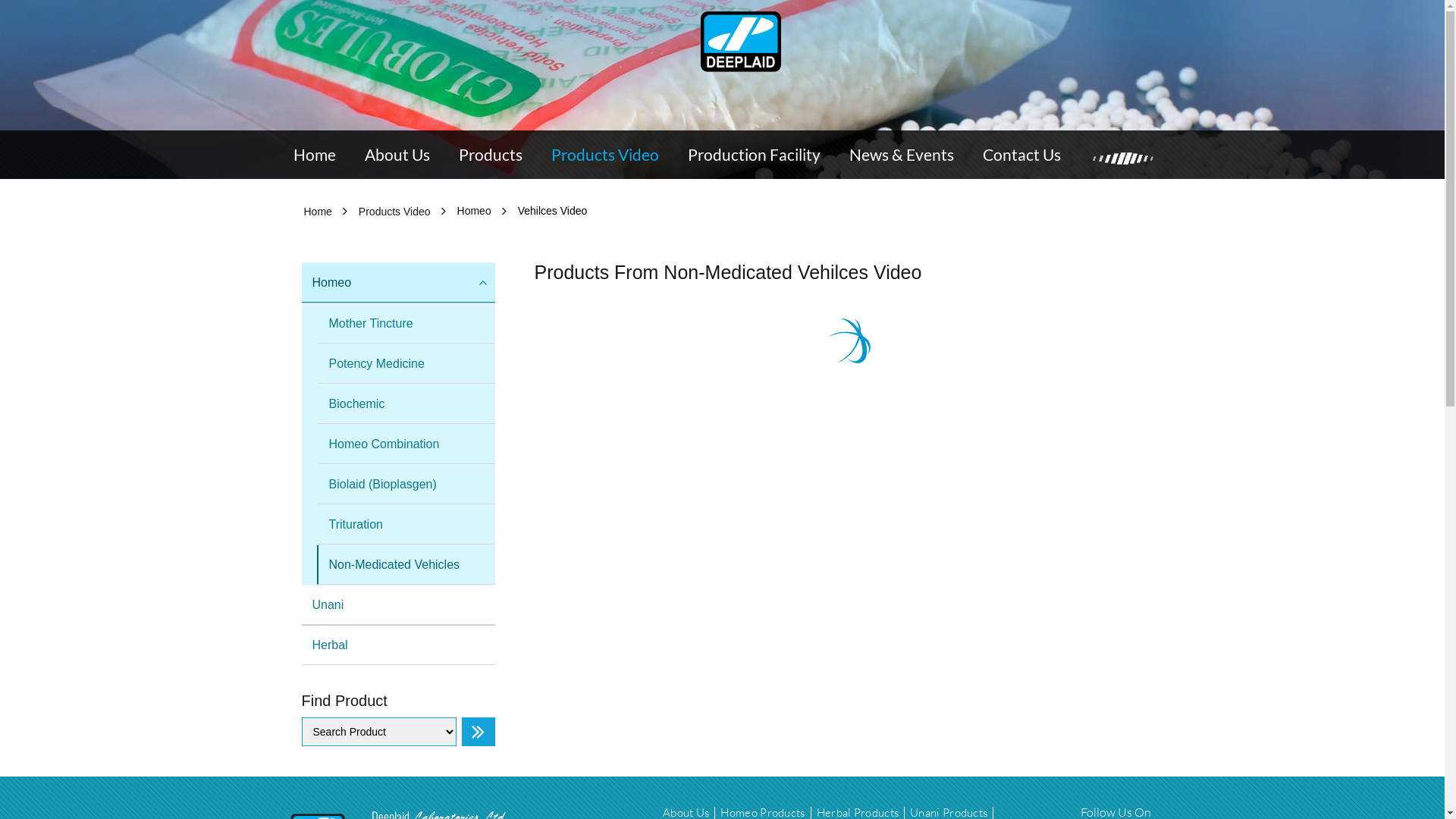 The image size is (1456, 819). Describe the element at coordinates (406, 485) in the screenshot. I see `'Biolaid (Bioplasgen)'` at that location.